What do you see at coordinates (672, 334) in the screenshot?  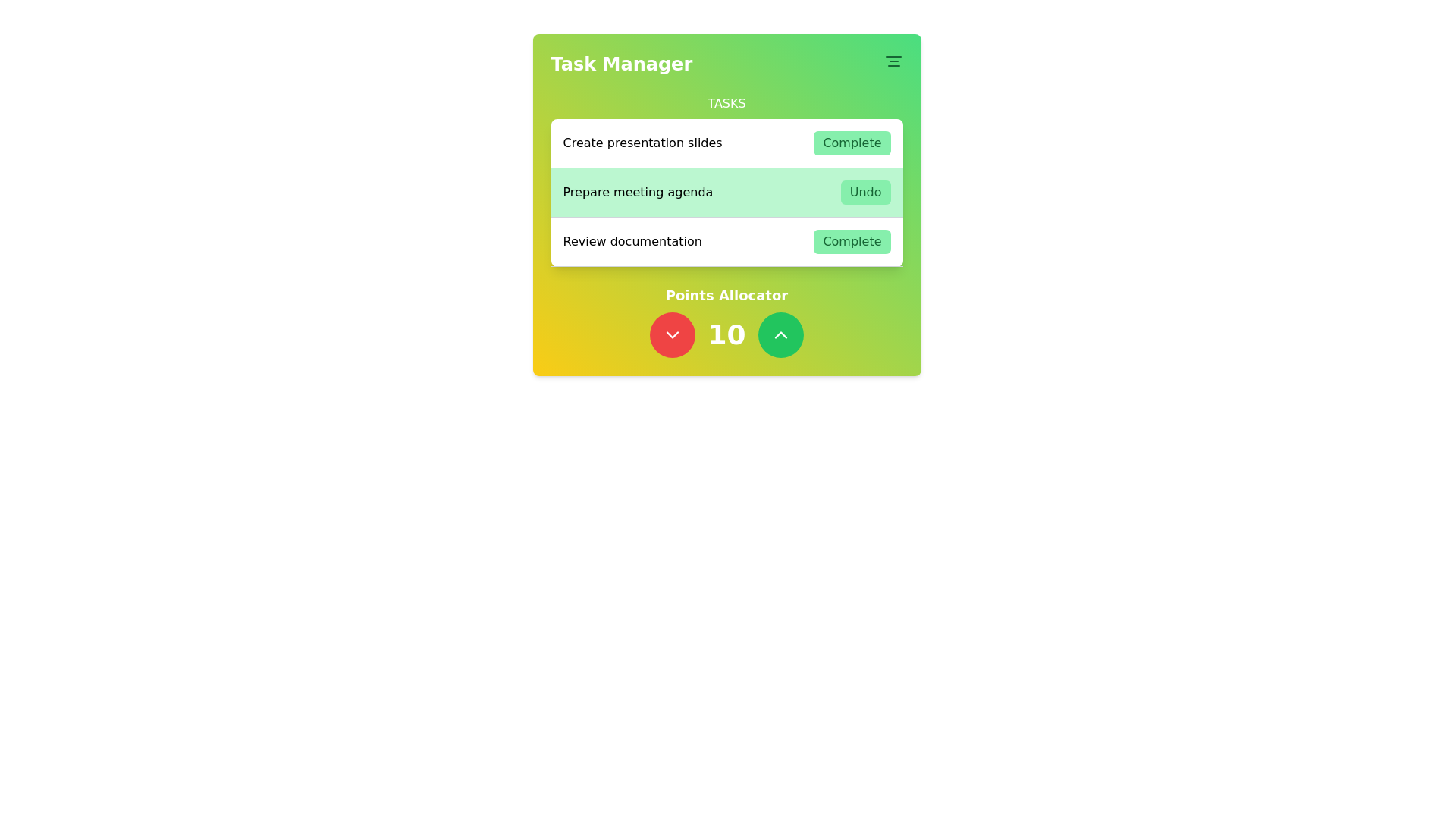 I see `the circular red button with a white downward arrow icon located in the 'Points Allocator' section` at bounding box center [672, 334].